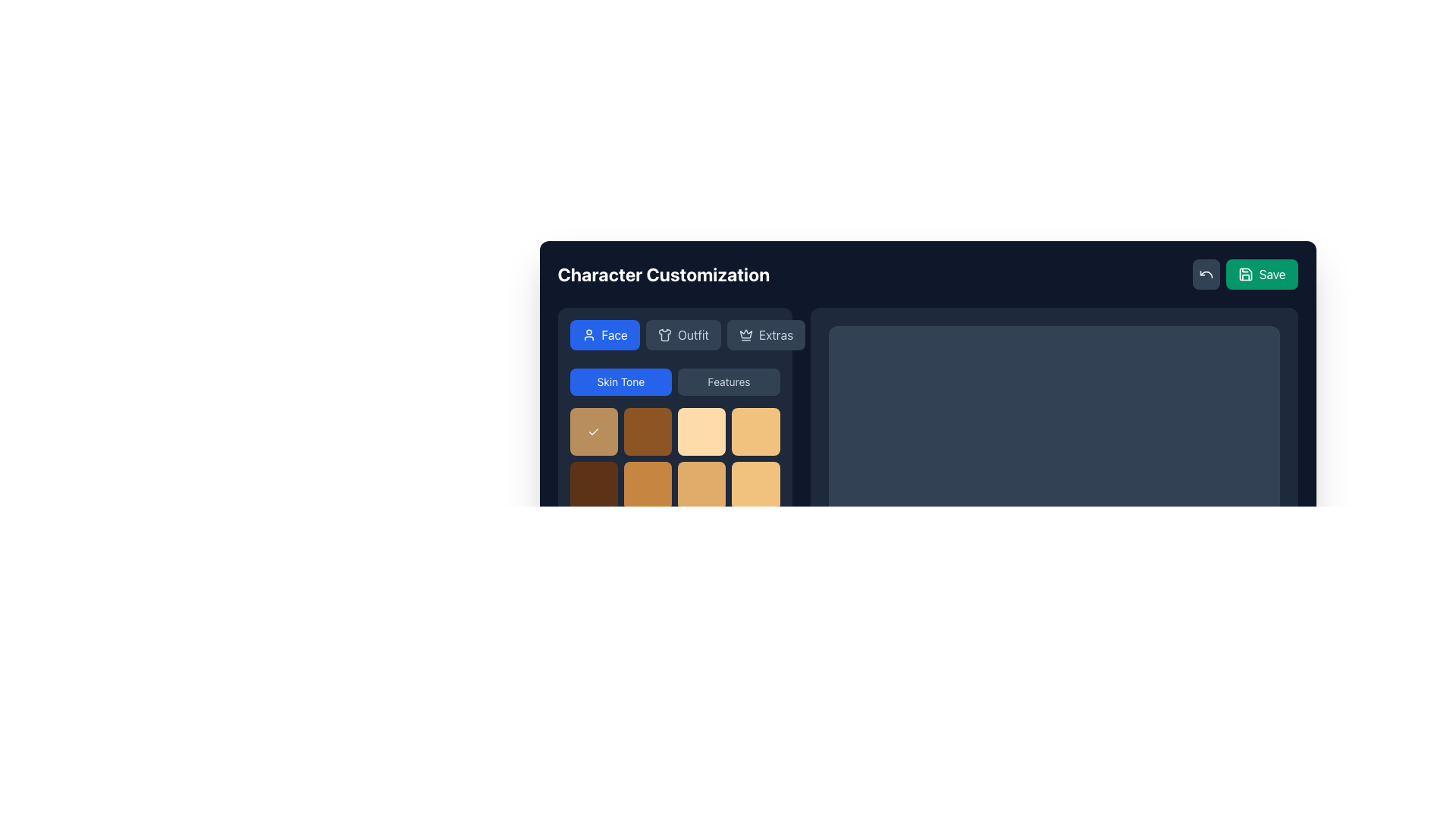  I want to click on a square item within the grid of selectable options under the 'Skin Tone' section of the 'Character Customization' interface, so click(674, 463).